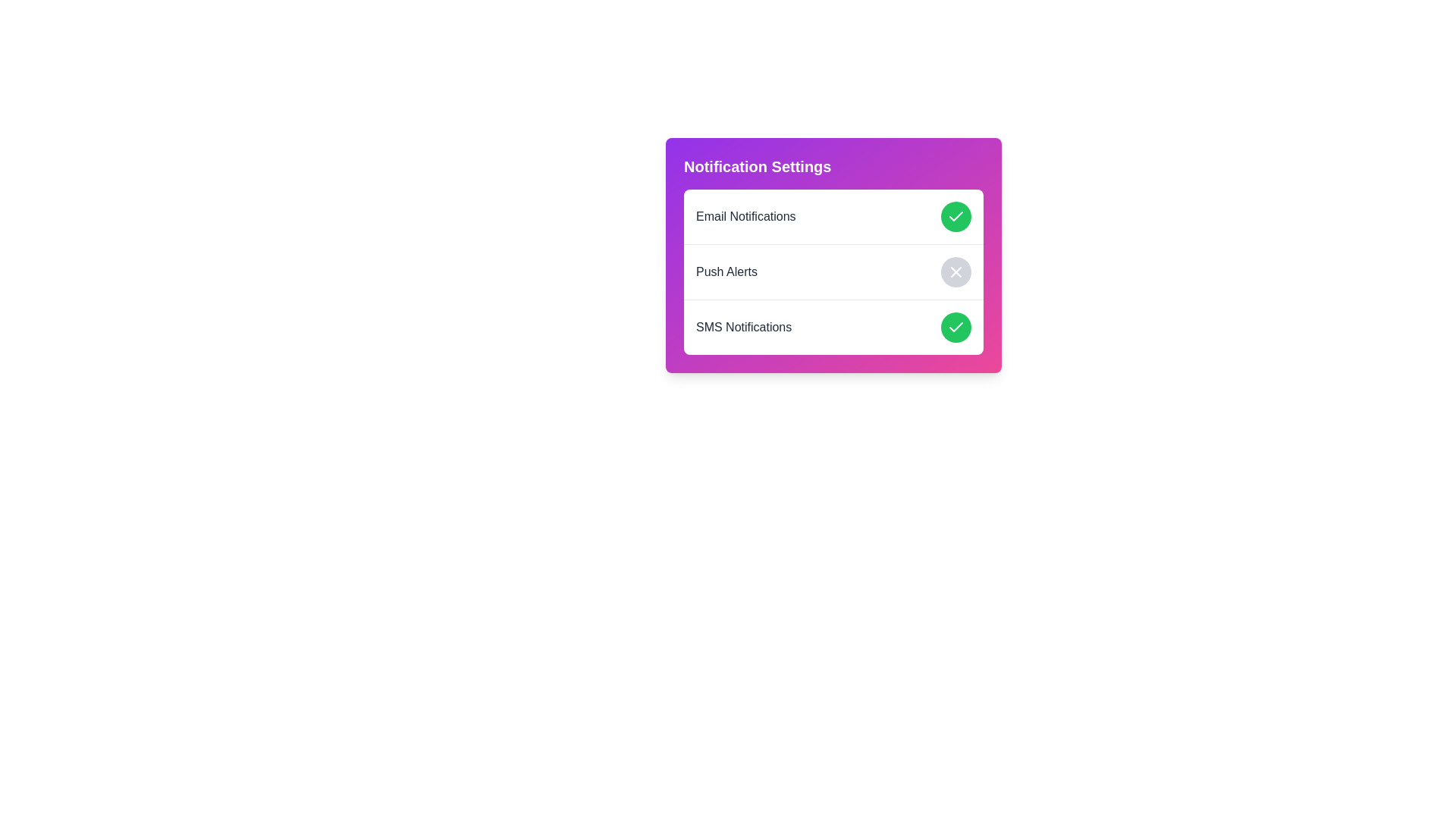  What do you see at coordinates (745, 216) in the screenshot?
I see `the 'Email Notifications' text, which is displayed in dark grey within the 'Notification Settings' section and is adjacent to a green circular toggle` at bounding box center [745, 216].